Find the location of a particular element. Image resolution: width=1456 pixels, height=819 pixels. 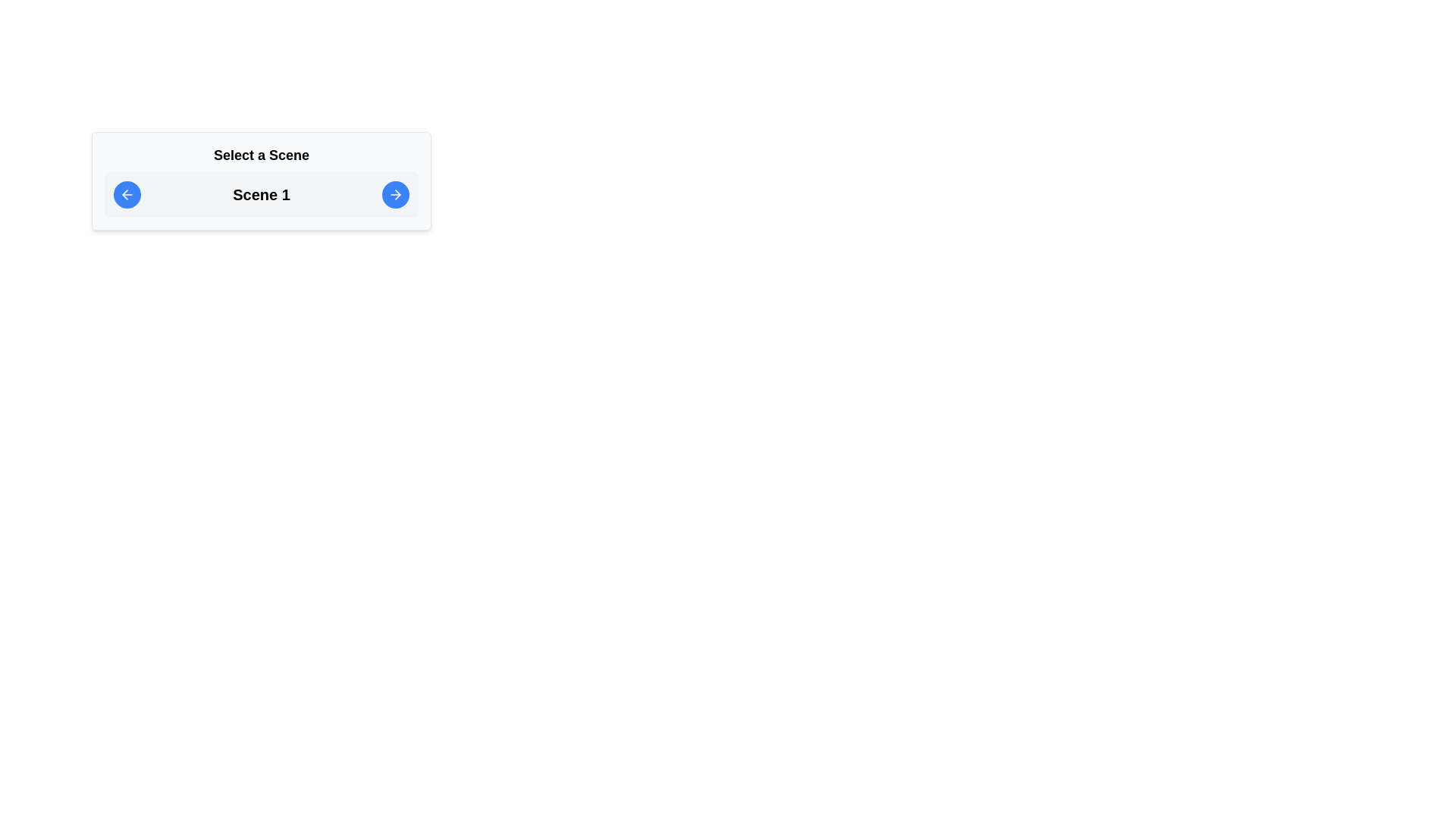

the back icon located within the blue circular button on the left side of the interface is located at coordinates (127, 194).